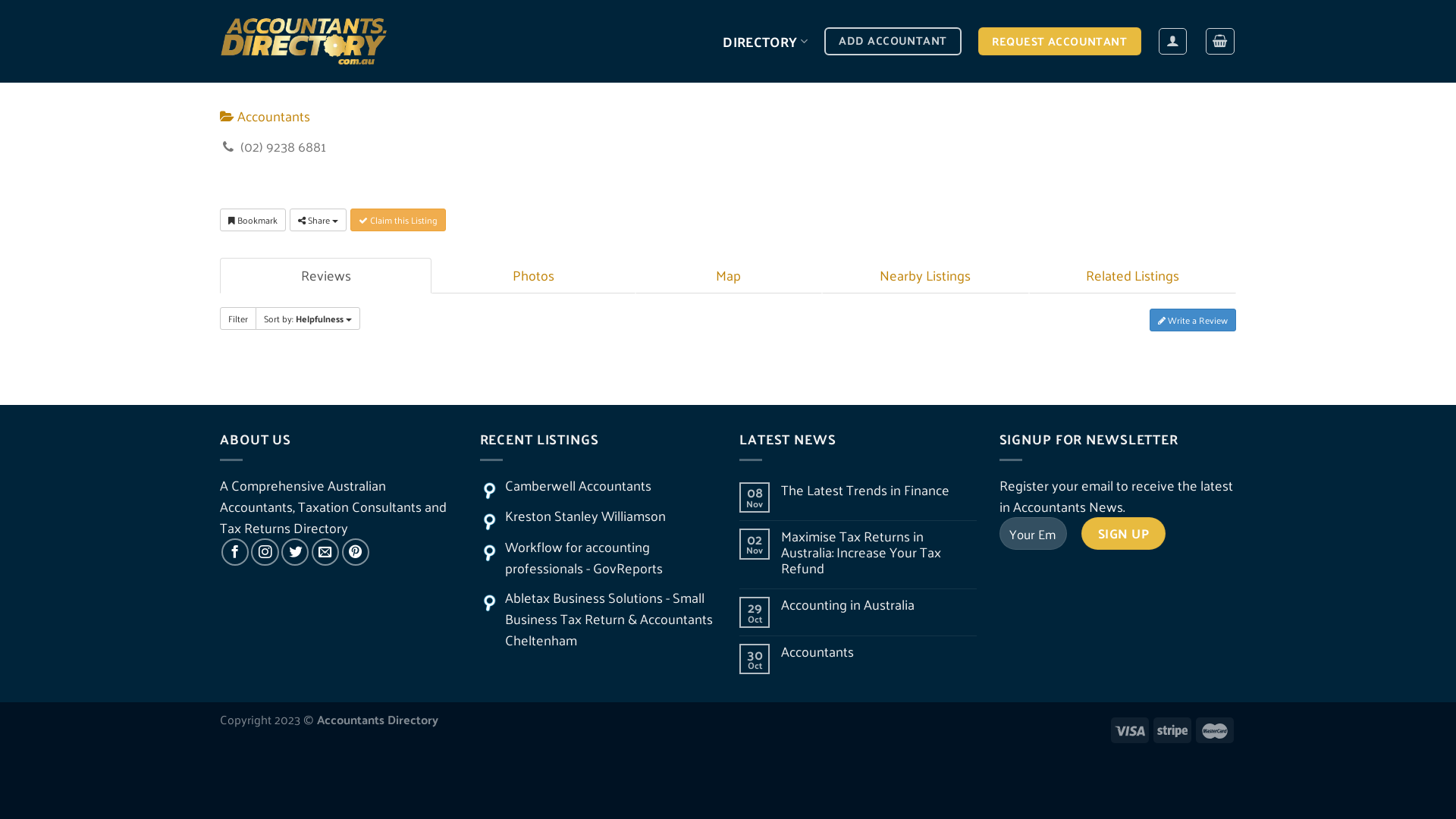  I want to click on 'Maximise Tax Returns in Australia: Increase Your Tax Refund', so click(781, 552).